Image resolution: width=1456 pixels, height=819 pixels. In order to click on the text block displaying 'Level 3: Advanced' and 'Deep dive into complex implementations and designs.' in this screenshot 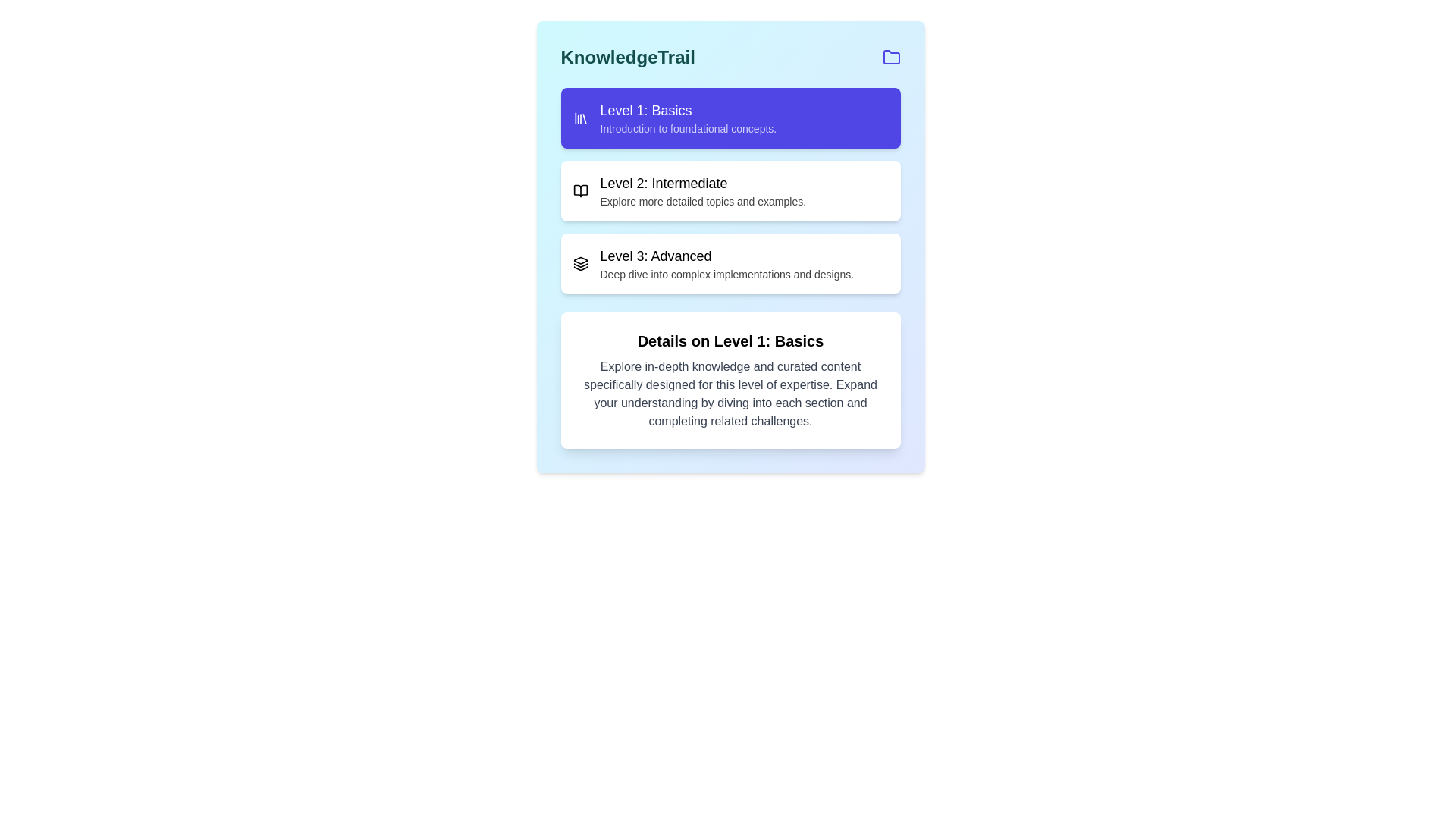, I will do `click(726, 262)`.